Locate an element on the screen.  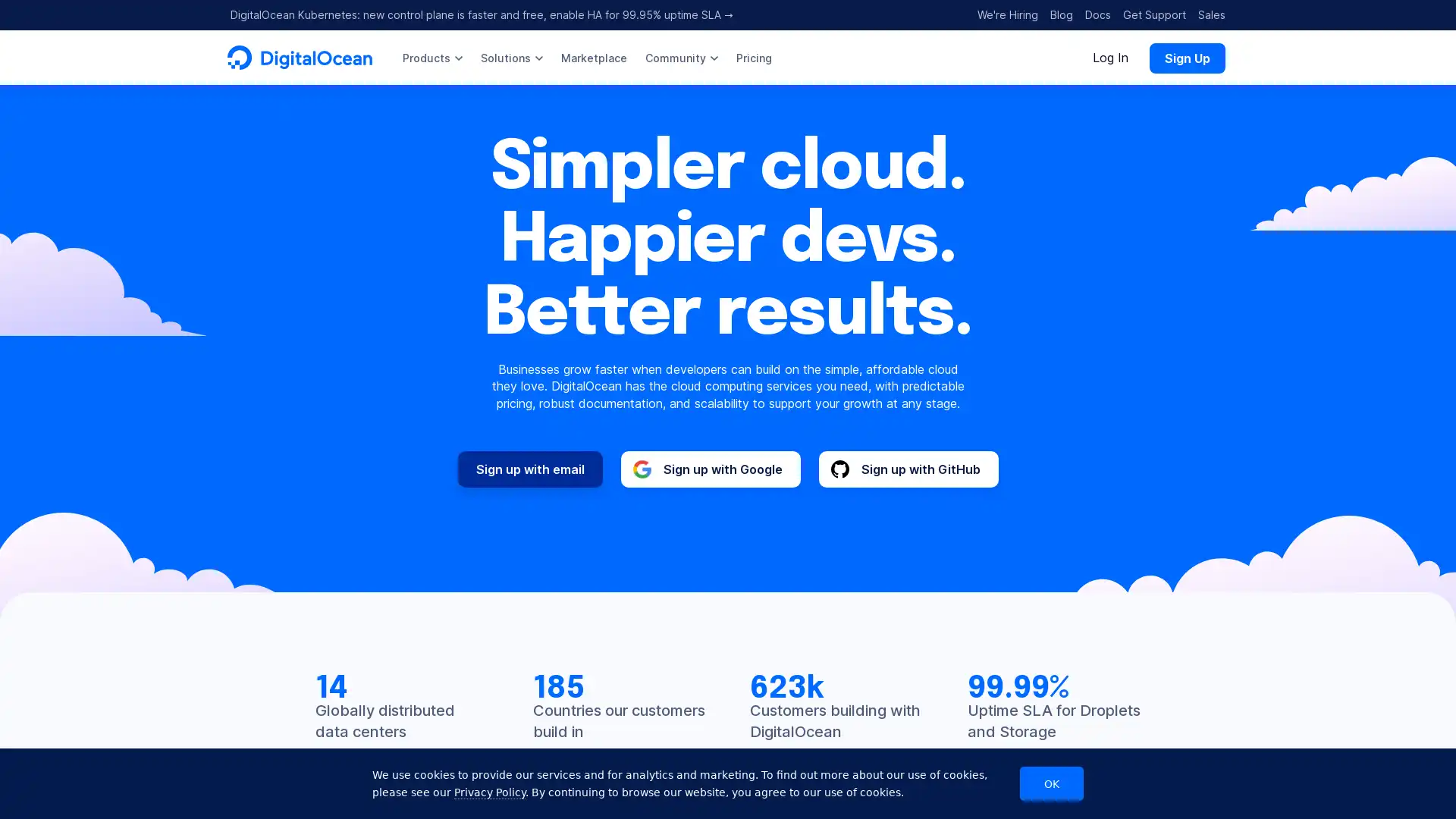
Log In is located at coordinates (1110, 57).